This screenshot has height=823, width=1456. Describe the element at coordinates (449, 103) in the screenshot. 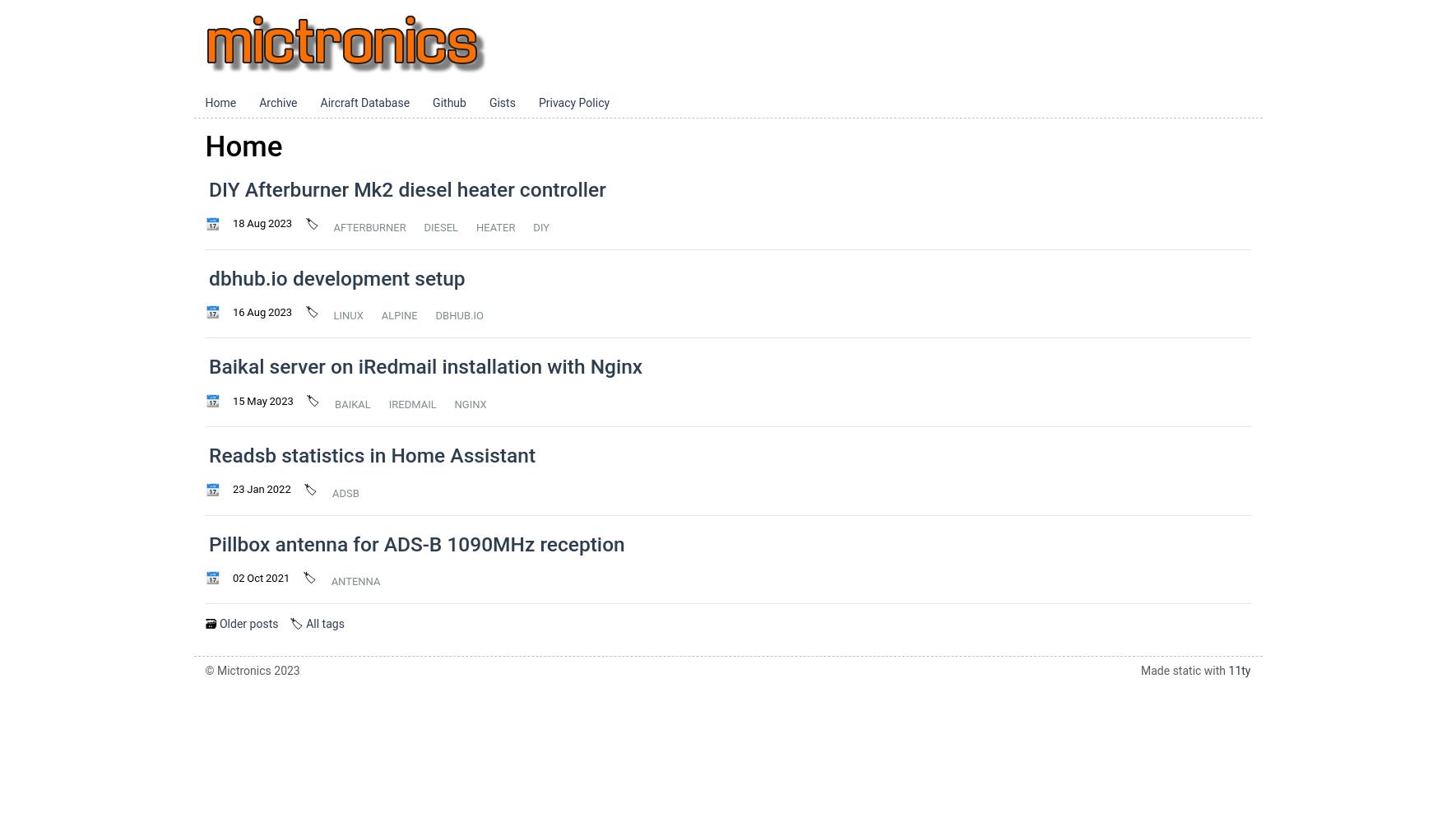

I see `'Github'` at that location.